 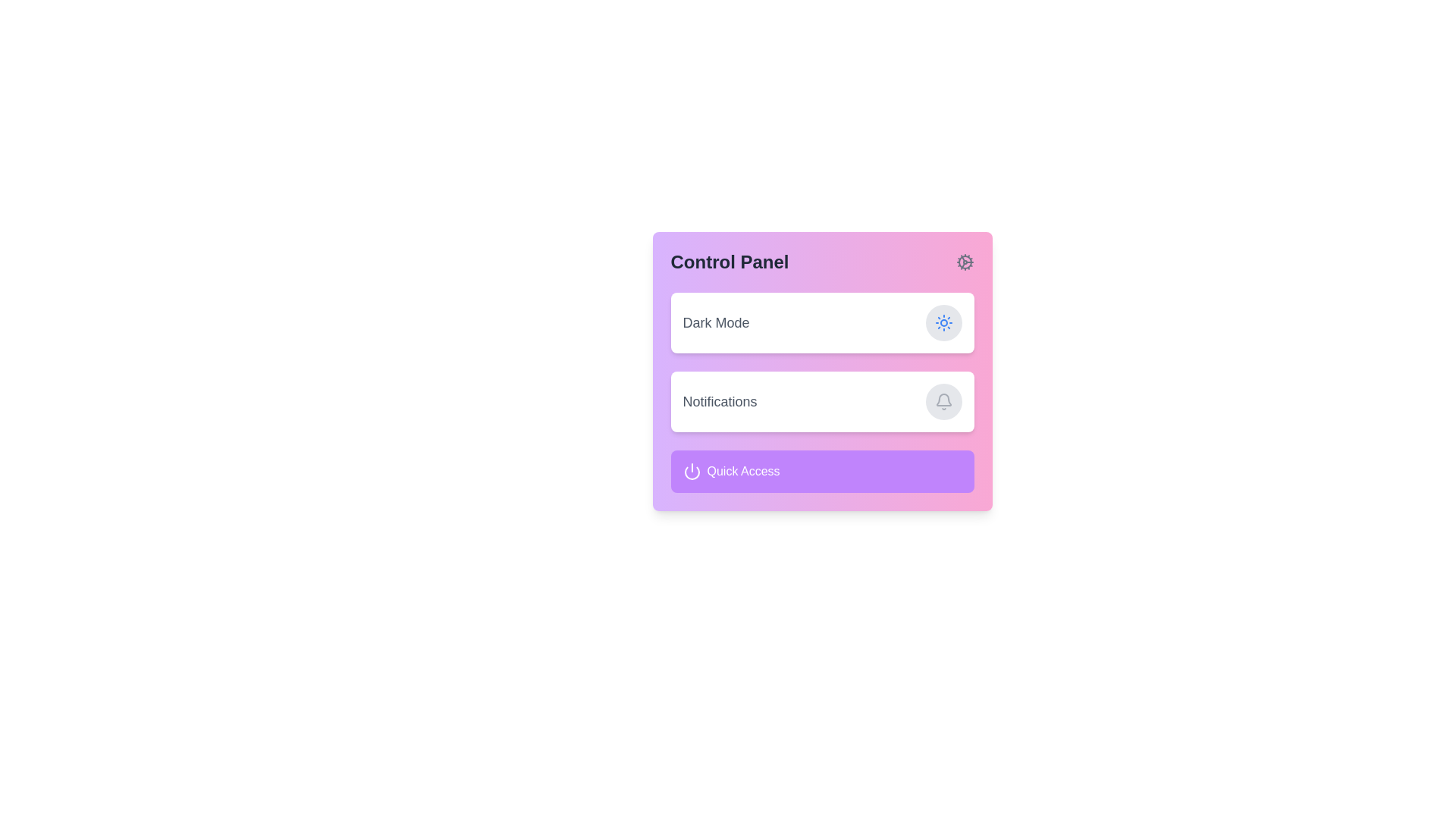 What do you see at coordinates (943, 400) in the screenshot?
I see `the circular gray button with a bell icon located in the top-right corner of the 'Notifications' section` at bounding box center [943, 400].